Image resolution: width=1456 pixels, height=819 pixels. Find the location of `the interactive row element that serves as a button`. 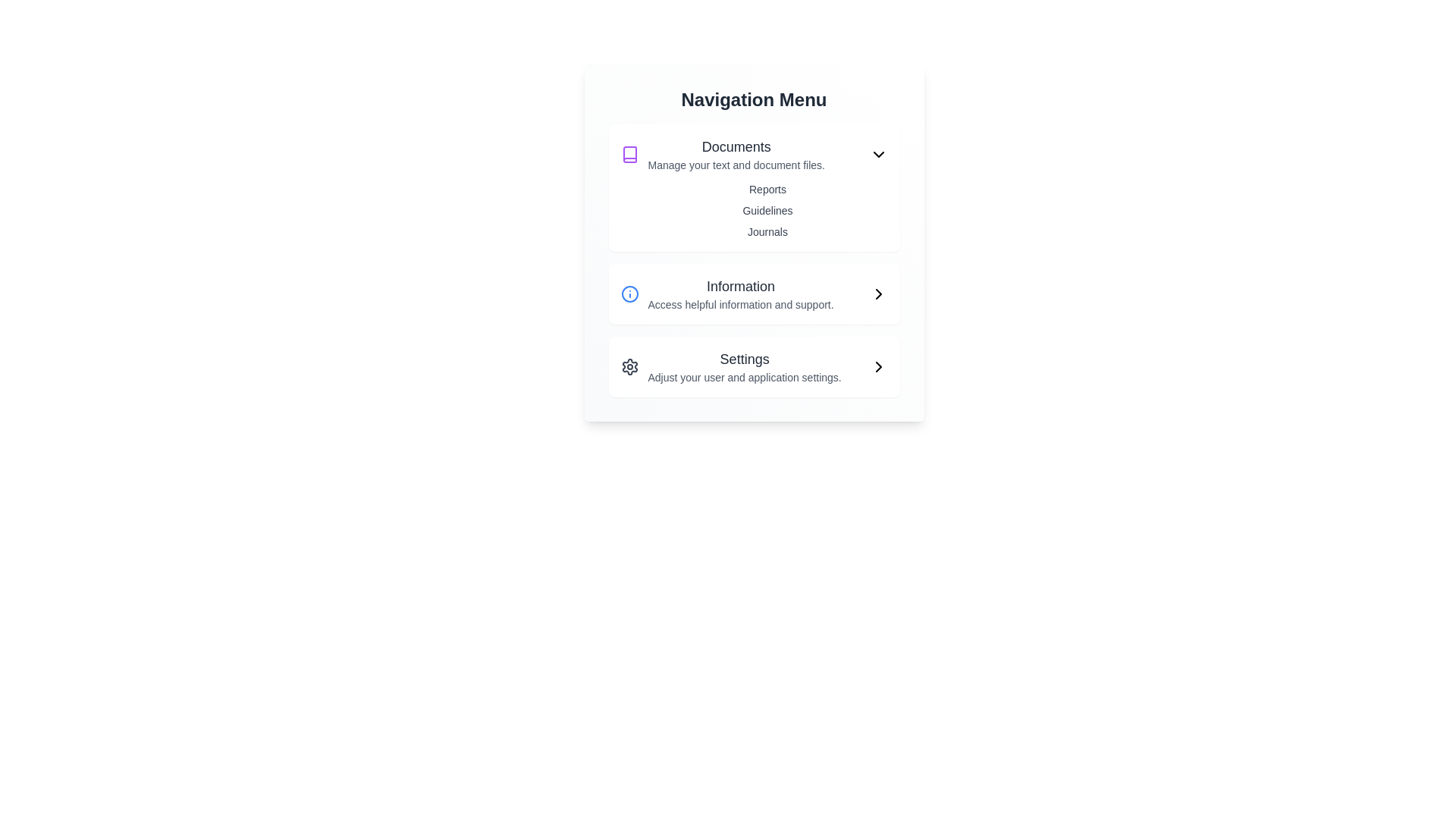

the interactive row element that serves as a button is located at coordinates (754, 366).